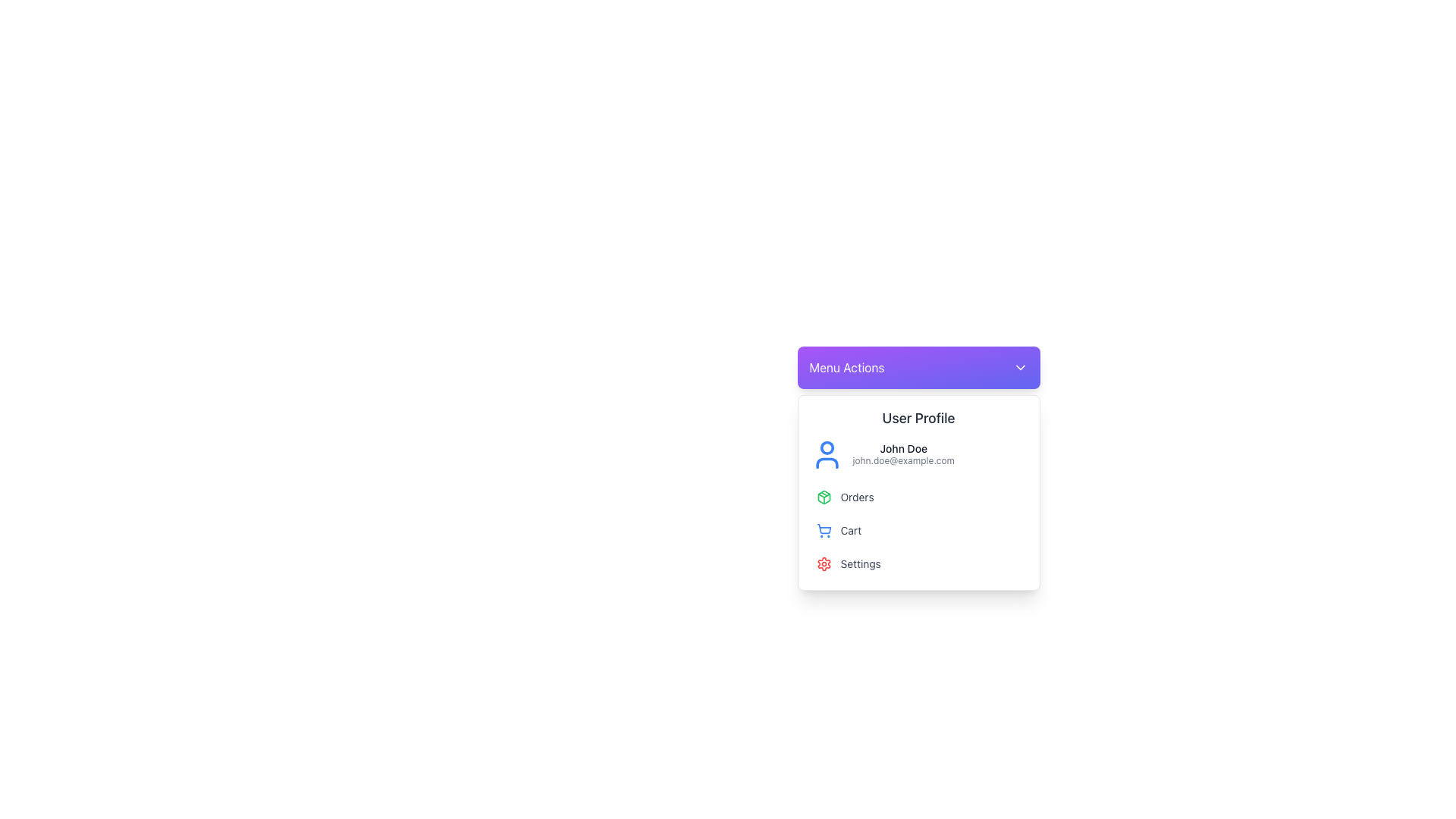 Image resolution: width=1456 pixels, height=819 pixels. I want to click on the green package icon located to the left of the 'Orders' text in the navigation menu, so click(823, 497).